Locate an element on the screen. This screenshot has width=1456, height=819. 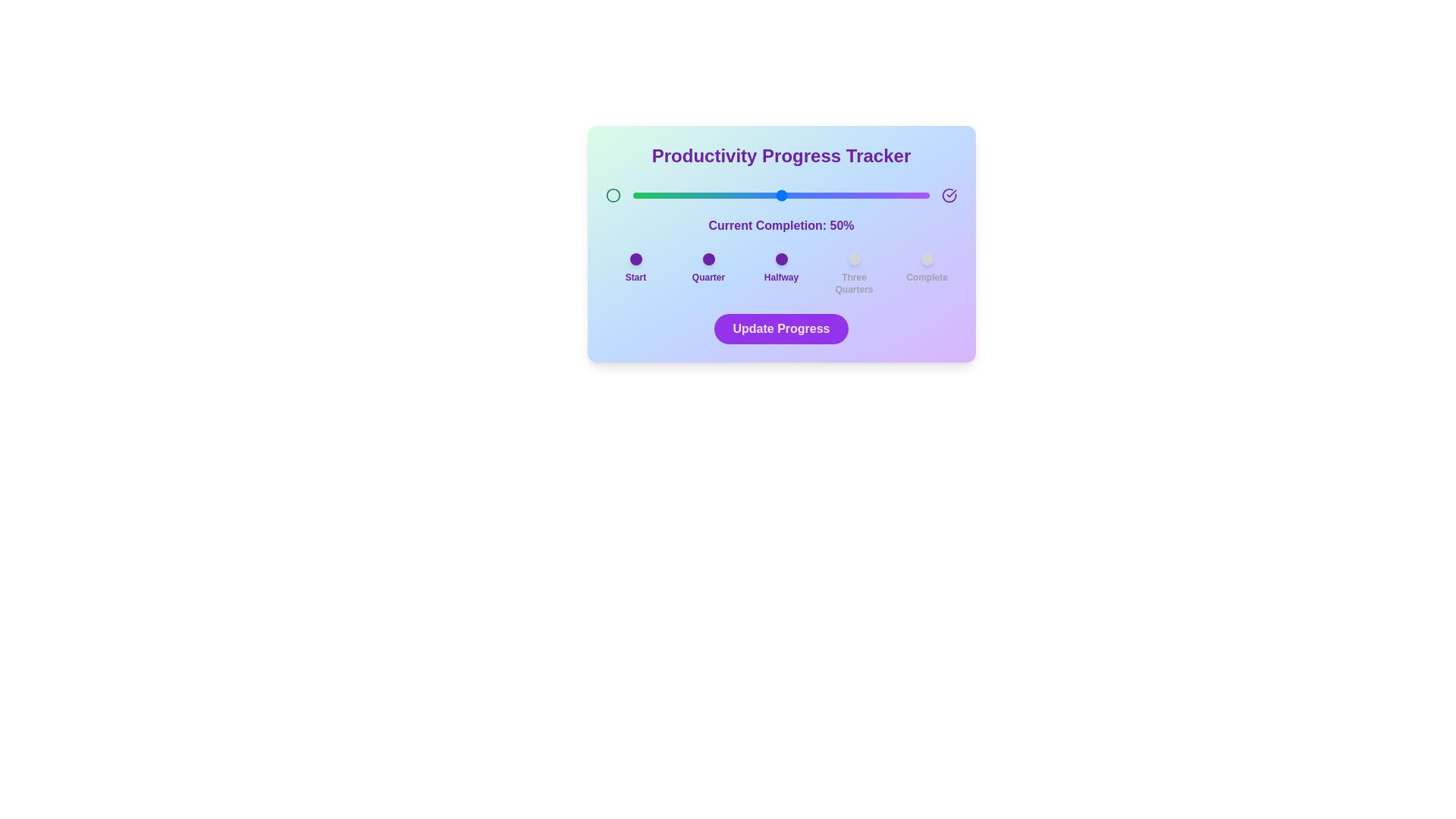
the slider to set the completion percentage to 71 is located at coordinates (843, 195).